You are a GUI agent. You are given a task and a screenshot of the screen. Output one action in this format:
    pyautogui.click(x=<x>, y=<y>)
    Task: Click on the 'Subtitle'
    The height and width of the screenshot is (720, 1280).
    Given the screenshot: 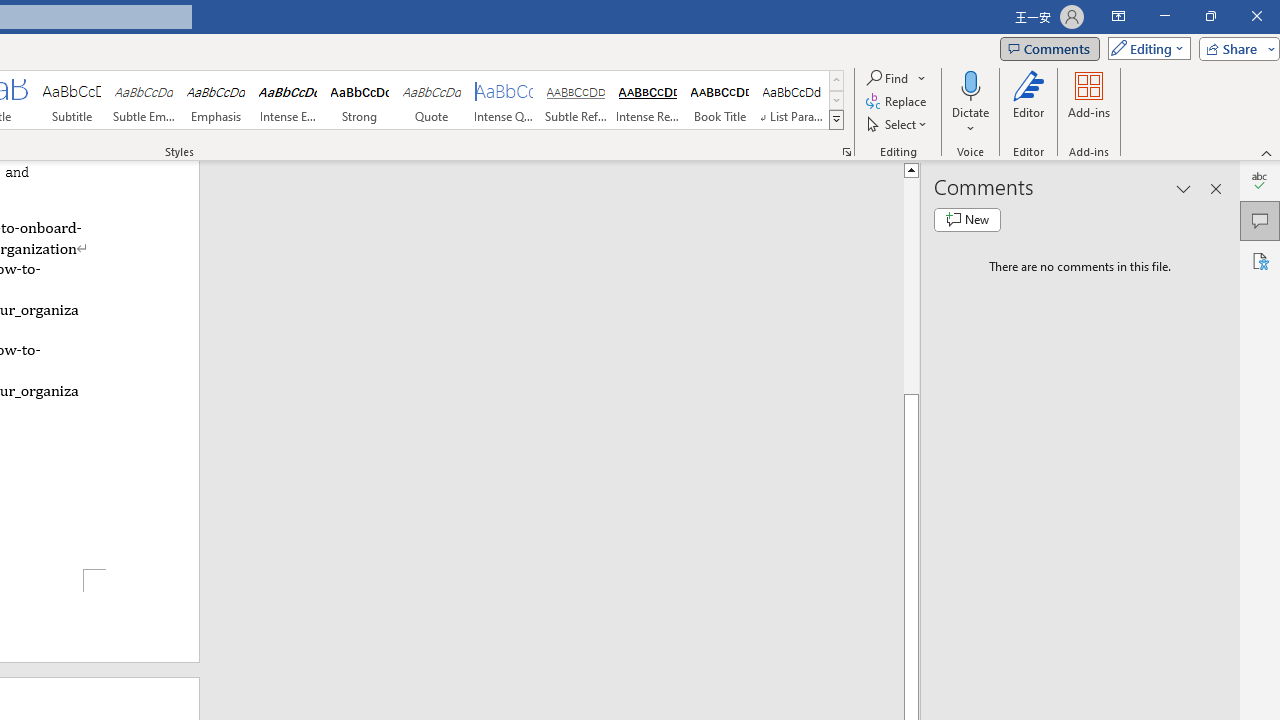 What is the action you would take?
    pyautogui.click(x=71, y=100)
    